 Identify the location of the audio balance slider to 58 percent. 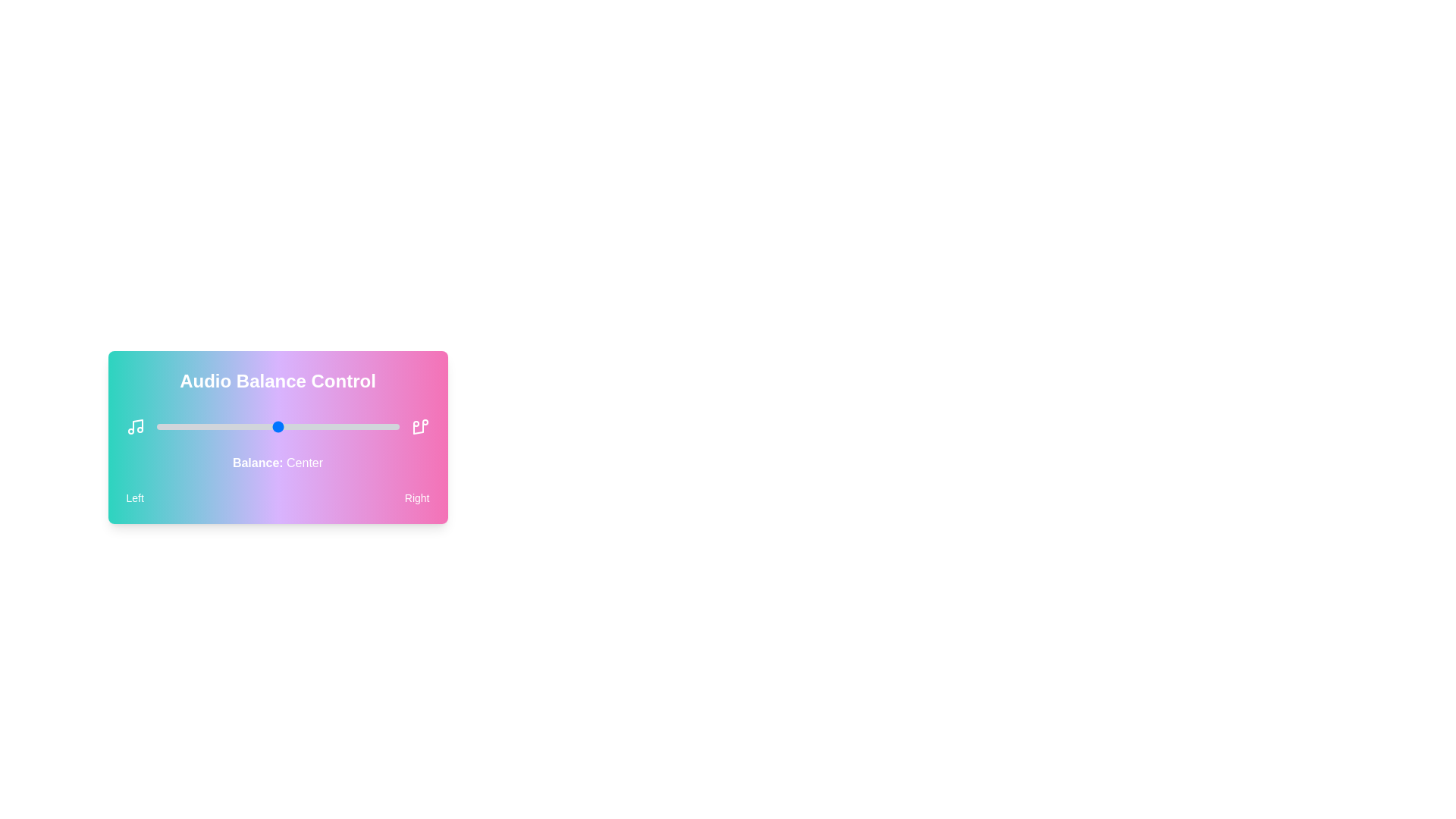
(297, 427).